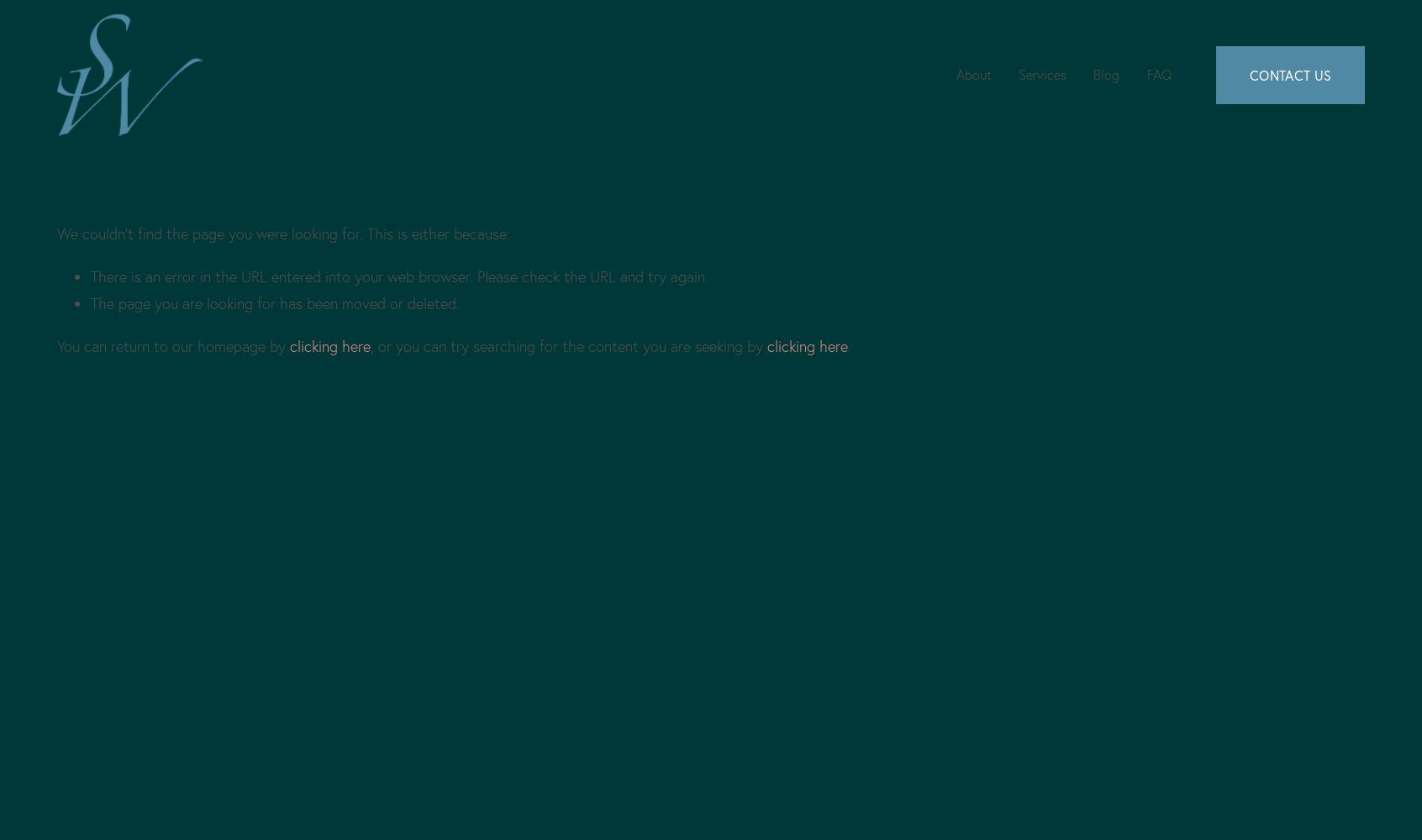 Image resolution: width=1422 pixels, height=840 pixels. What do you see at coordinates (1105, 73) in the screenshot?
I see `'Blog'` at bounding box center [1105, 73].